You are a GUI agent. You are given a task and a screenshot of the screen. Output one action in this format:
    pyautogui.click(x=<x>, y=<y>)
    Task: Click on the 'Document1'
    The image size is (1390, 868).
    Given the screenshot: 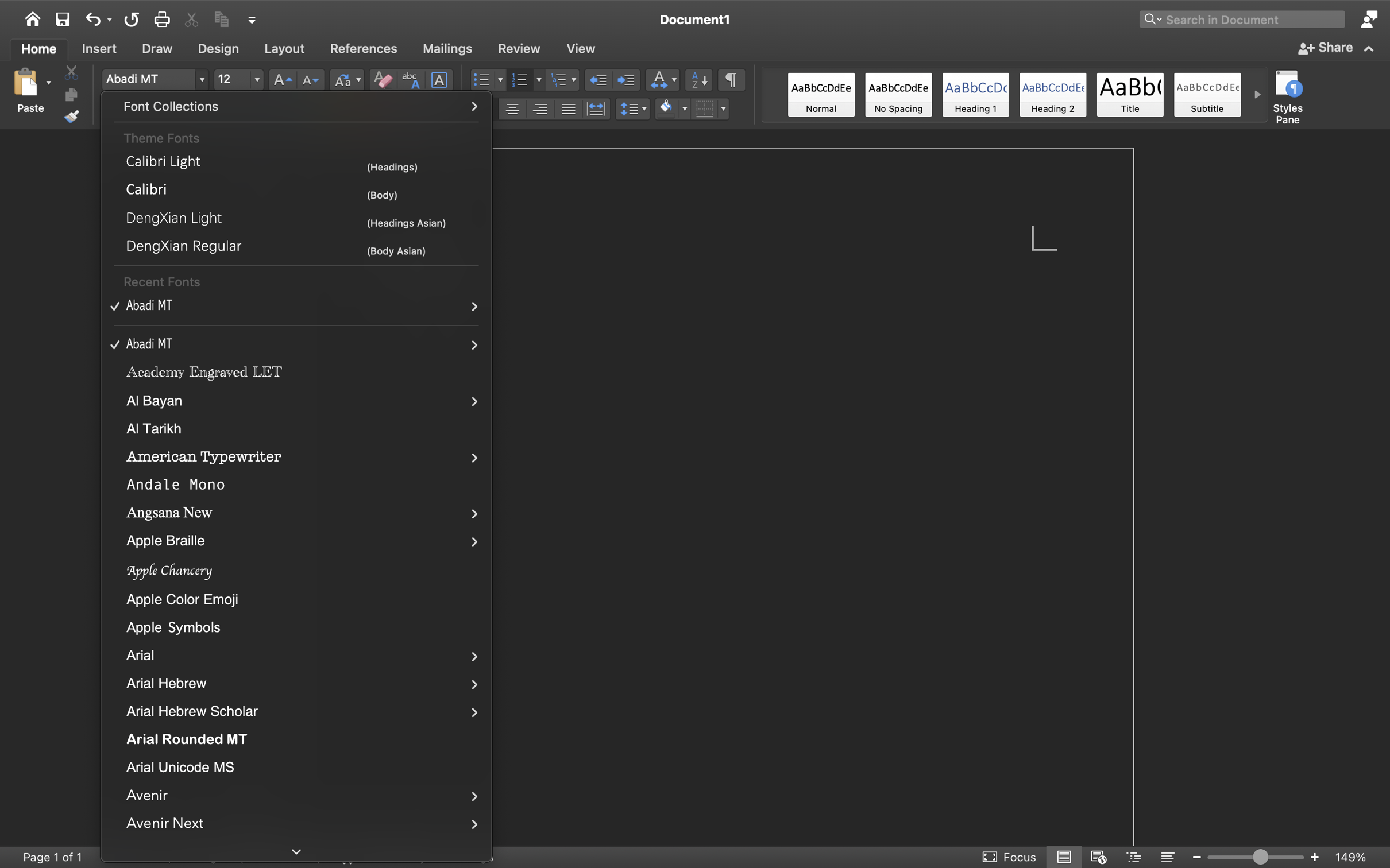 What is the action you would take?
    pyautogui.click(x=694, y=18)
    